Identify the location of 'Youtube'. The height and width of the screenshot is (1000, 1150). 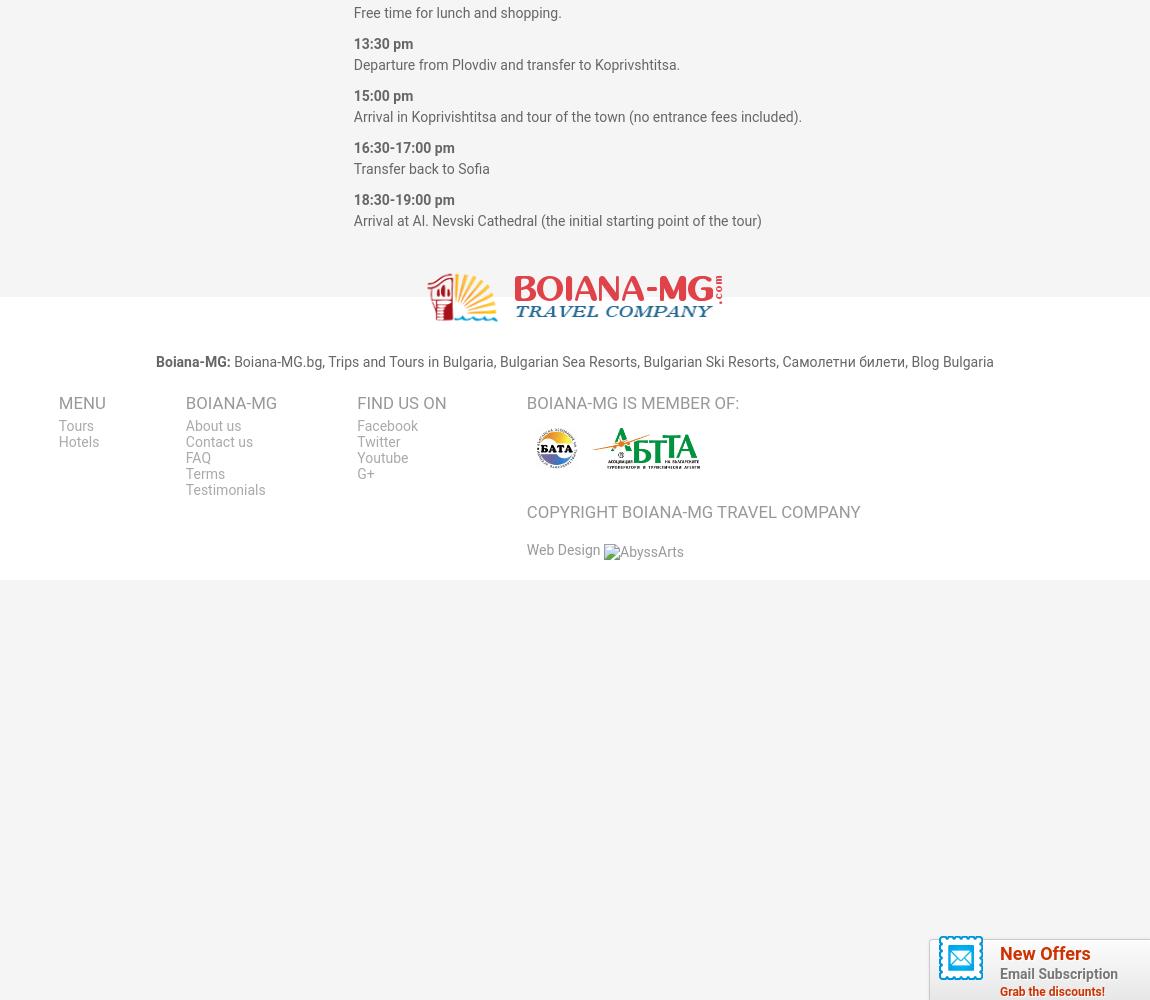
(382, 457).